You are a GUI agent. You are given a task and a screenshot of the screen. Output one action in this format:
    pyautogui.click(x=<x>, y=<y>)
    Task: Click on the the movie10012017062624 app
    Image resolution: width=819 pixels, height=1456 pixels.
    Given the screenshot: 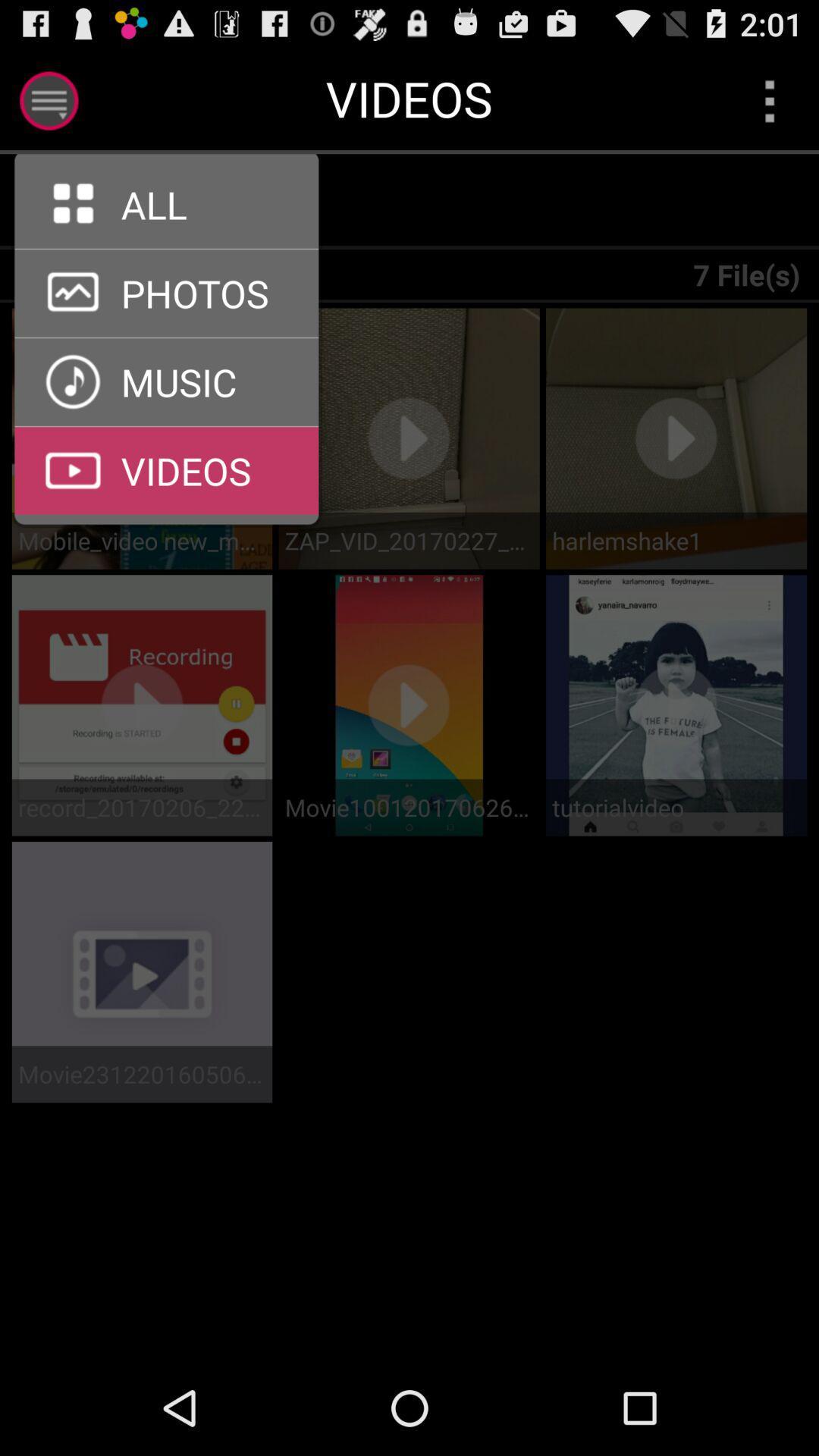 What is the action you would take?
    pyautogui.click(x=408, y=807)
    